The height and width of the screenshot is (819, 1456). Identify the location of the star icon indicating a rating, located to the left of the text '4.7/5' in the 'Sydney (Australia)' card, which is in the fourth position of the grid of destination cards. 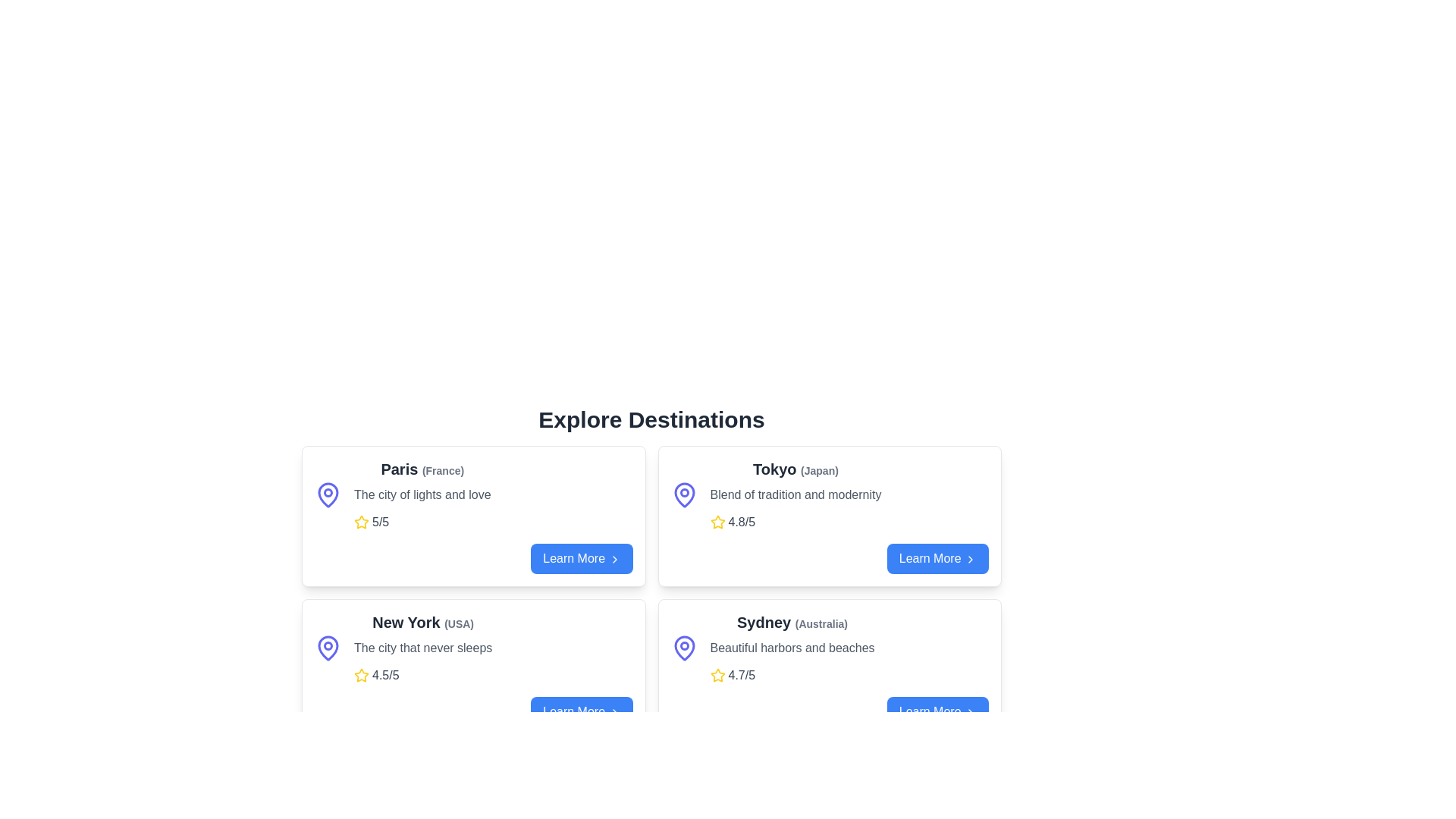
(717, 675).